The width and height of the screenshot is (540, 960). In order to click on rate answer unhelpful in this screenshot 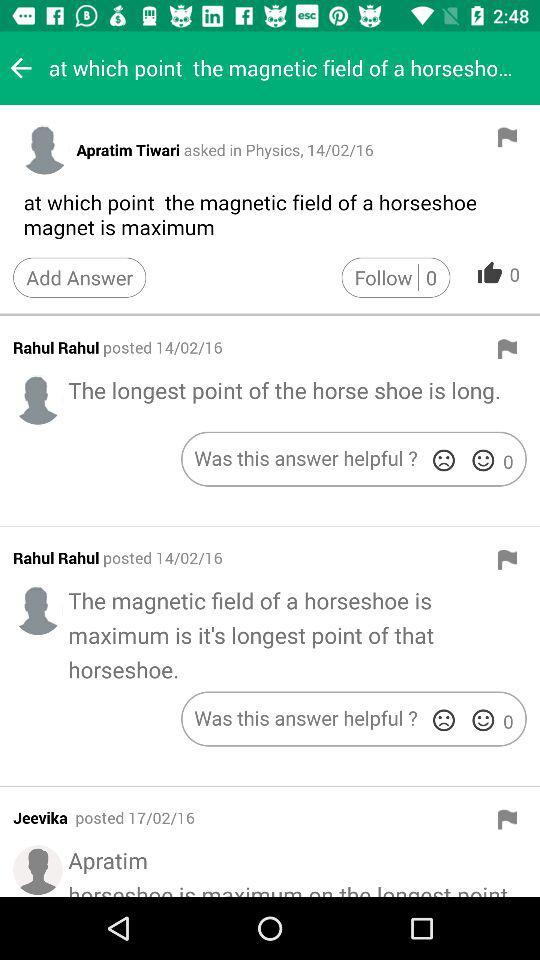, I will do `click(443, 460)`.